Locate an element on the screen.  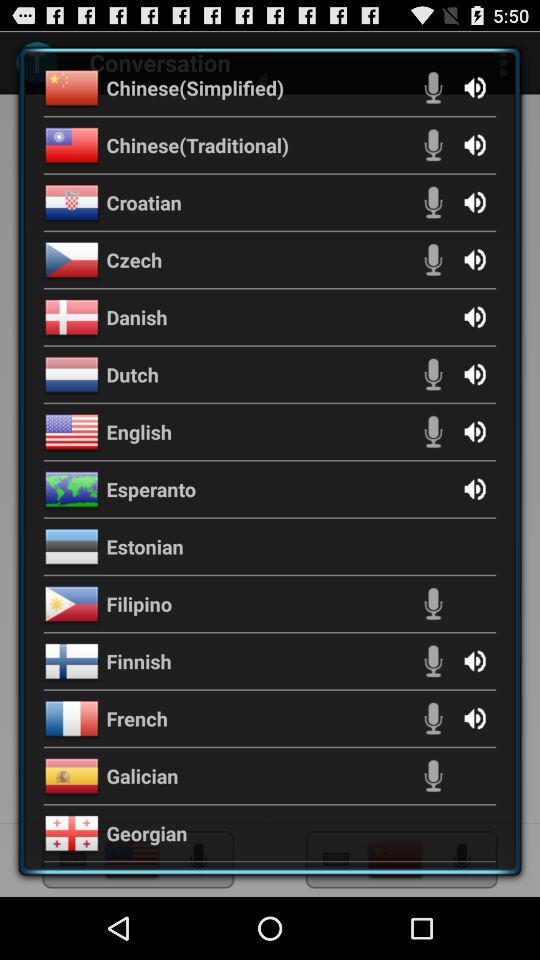
the chinese(traditional) icon is located at coordinates (197, 143).